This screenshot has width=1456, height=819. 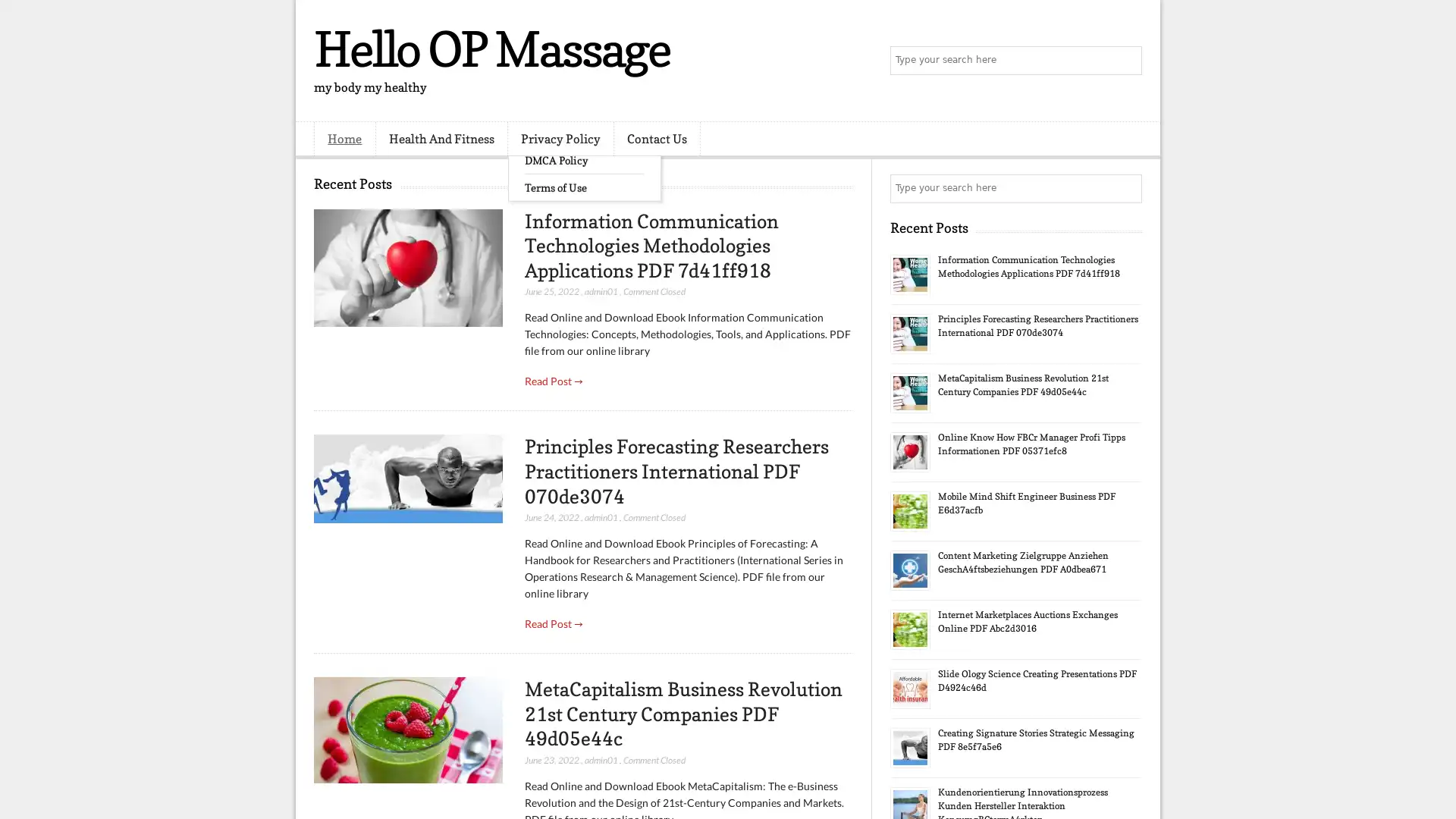 I want to click on Search, so click(x=1126, y=188).